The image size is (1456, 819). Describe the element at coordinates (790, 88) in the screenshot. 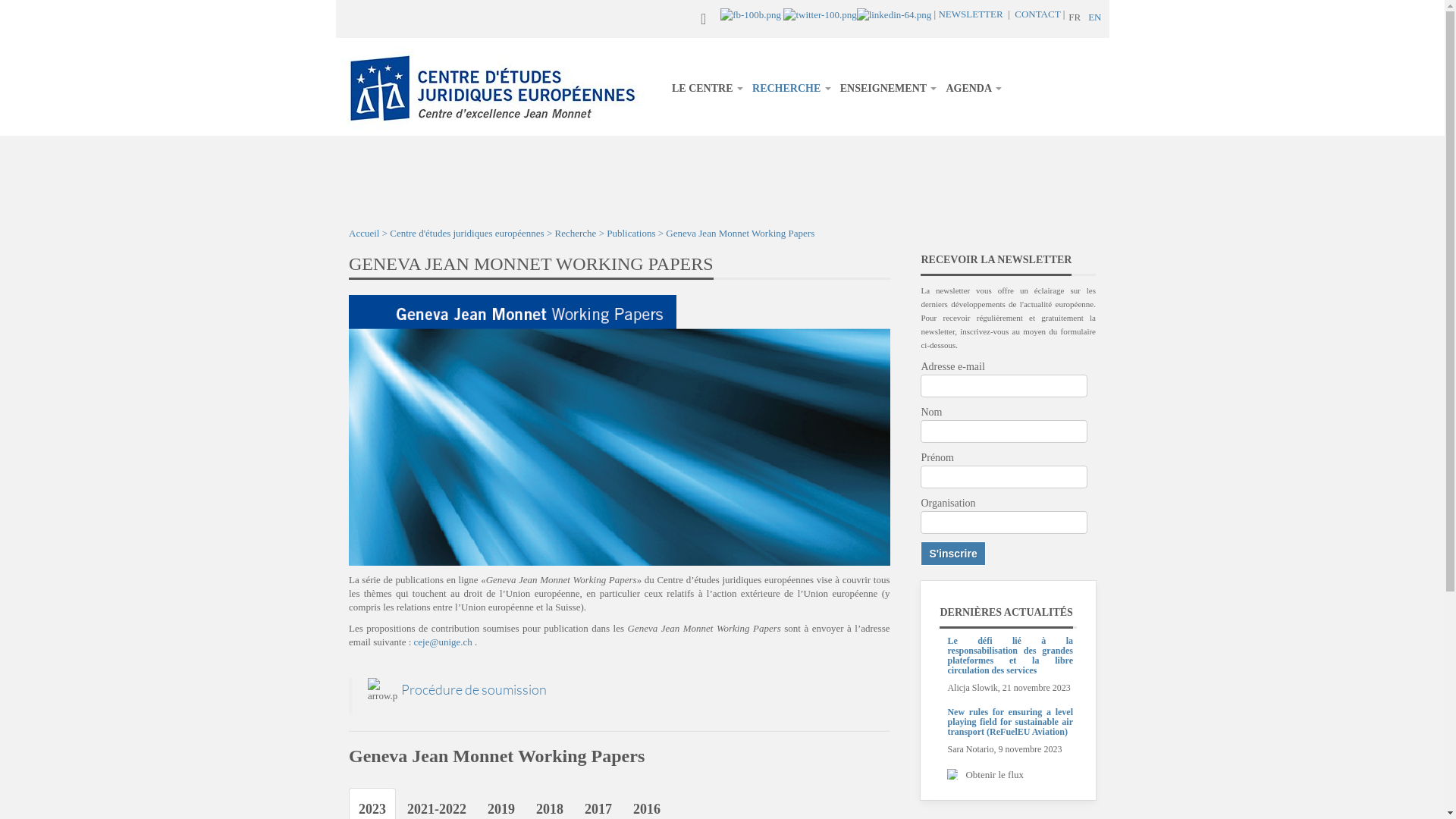

I see `'RECHERCHE'` at that location.